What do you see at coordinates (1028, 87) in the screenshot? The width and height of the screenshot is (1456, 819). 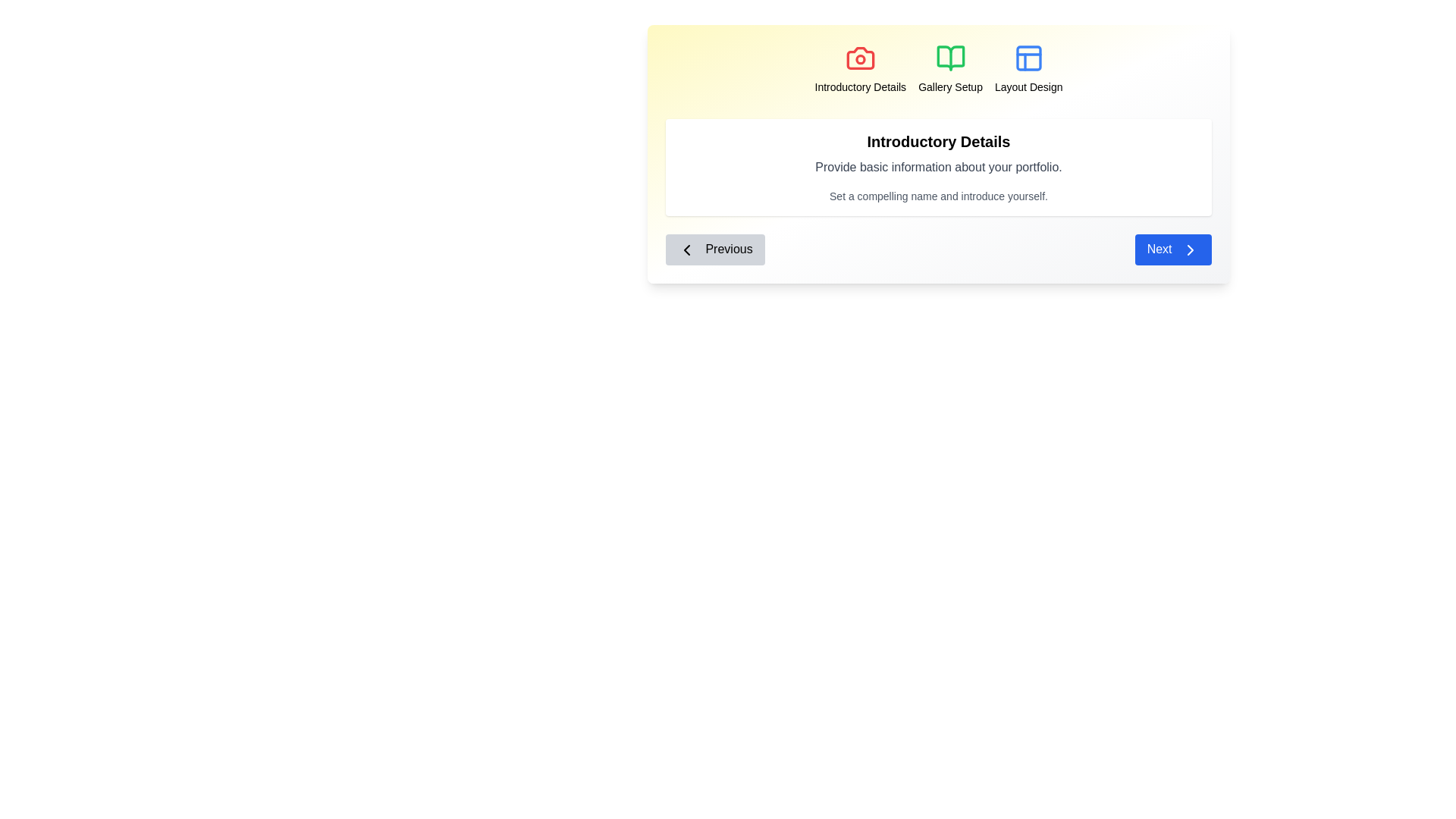 I see `the 'Layout Design' text label, which is styled in a small font size and medium weight, positioned below a blue square icon in a clean layout` at bounding box center [1028, 87].